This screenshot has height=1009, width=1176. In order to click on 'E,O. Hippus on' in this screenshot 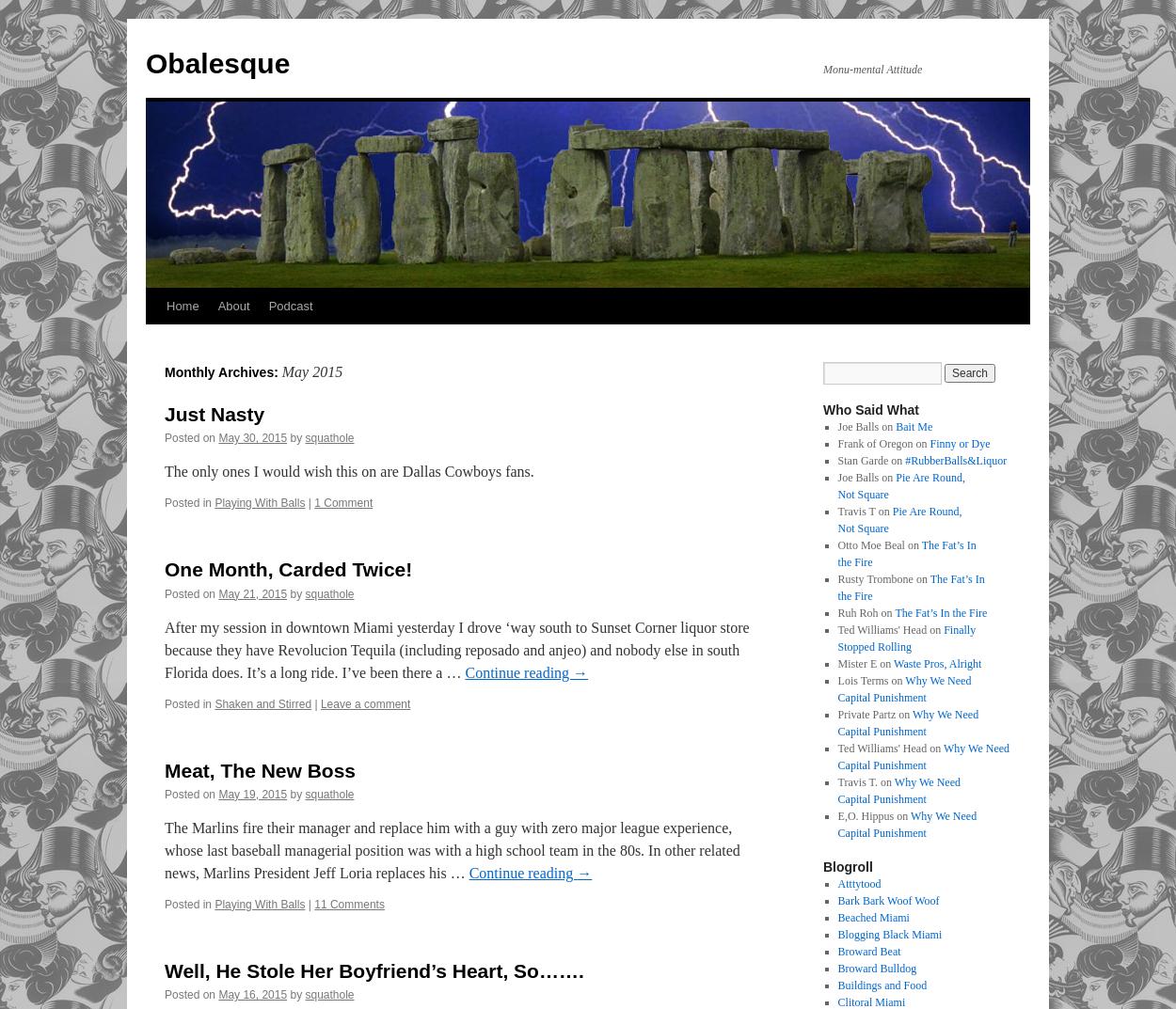, I will do `click(874, 814)`.